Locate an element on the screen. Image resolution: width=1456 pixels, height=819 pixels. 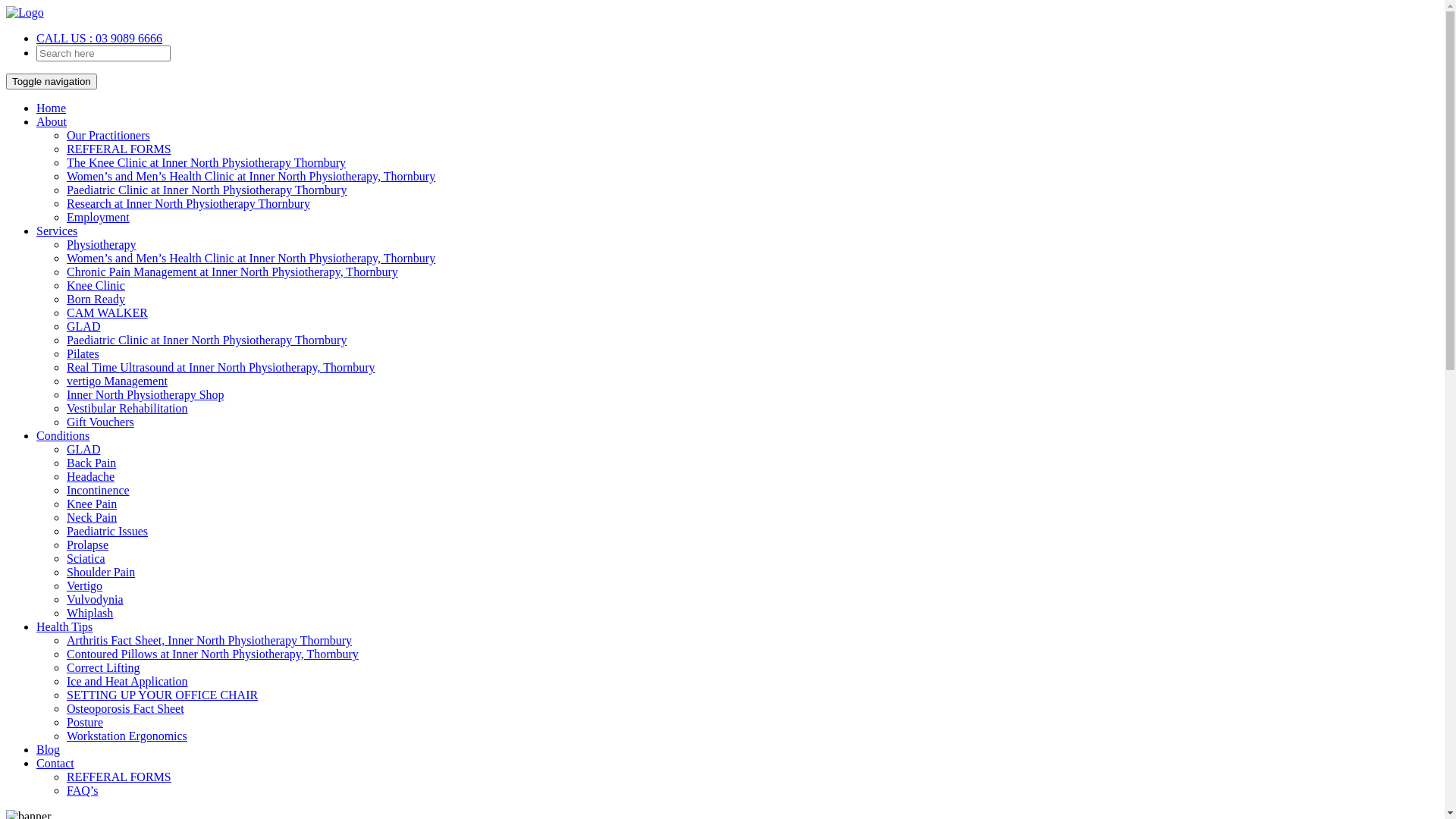
'Our Practitioners' is located at coordinates (108, 134).